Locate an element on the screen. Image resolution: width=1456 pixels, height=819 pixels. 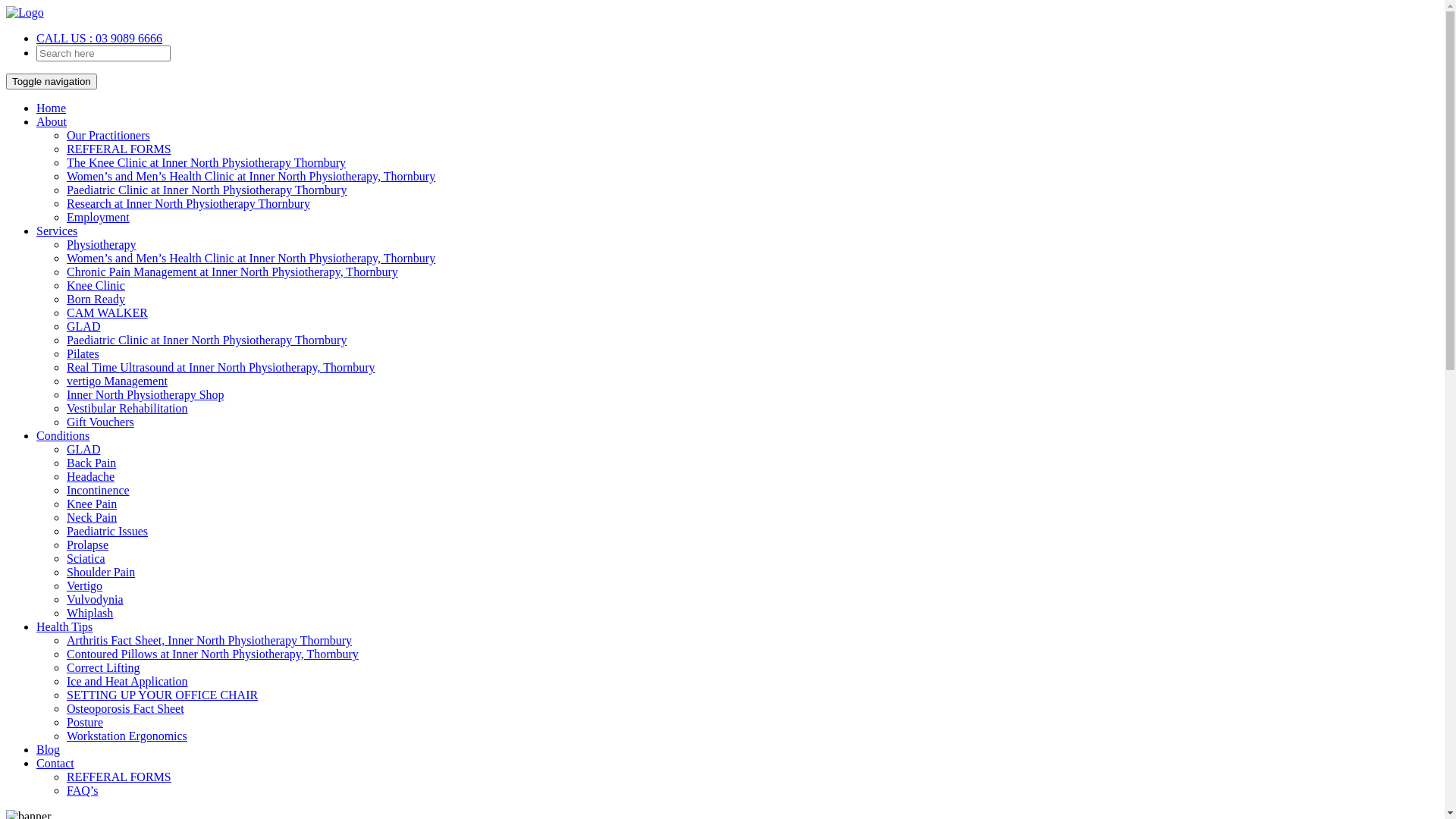
'Our Practitioners' is located at coordinates (108, 134).